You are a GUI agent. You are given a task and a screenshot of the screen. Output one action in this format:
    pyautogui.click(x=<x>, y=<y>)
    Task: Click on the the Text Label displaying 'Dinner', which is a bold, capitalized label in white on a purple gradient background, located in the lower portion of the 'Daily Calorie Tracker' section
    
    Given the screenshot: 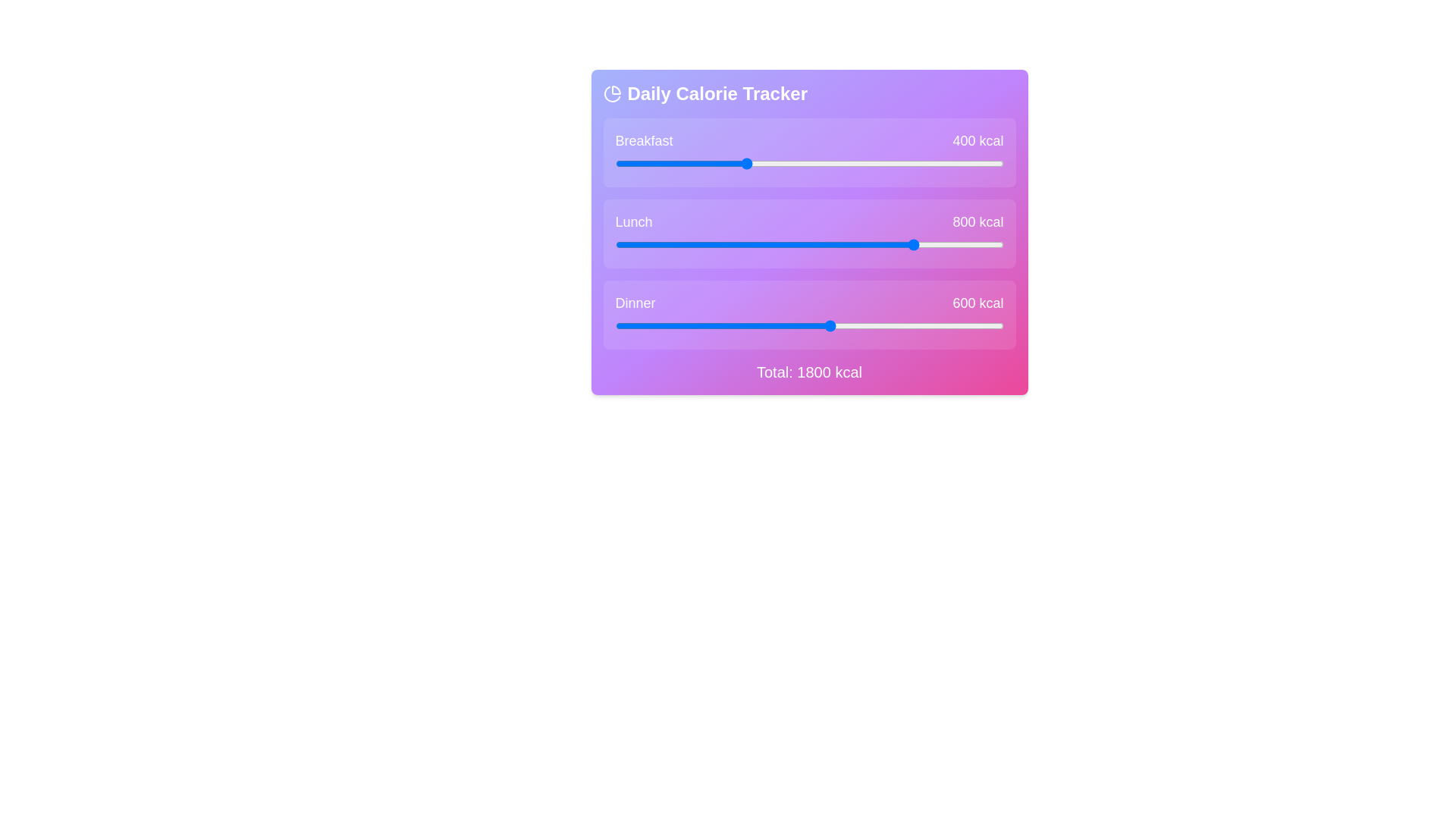 What is the action you would take?
    pyautogui.click(x=635, y=303)
    